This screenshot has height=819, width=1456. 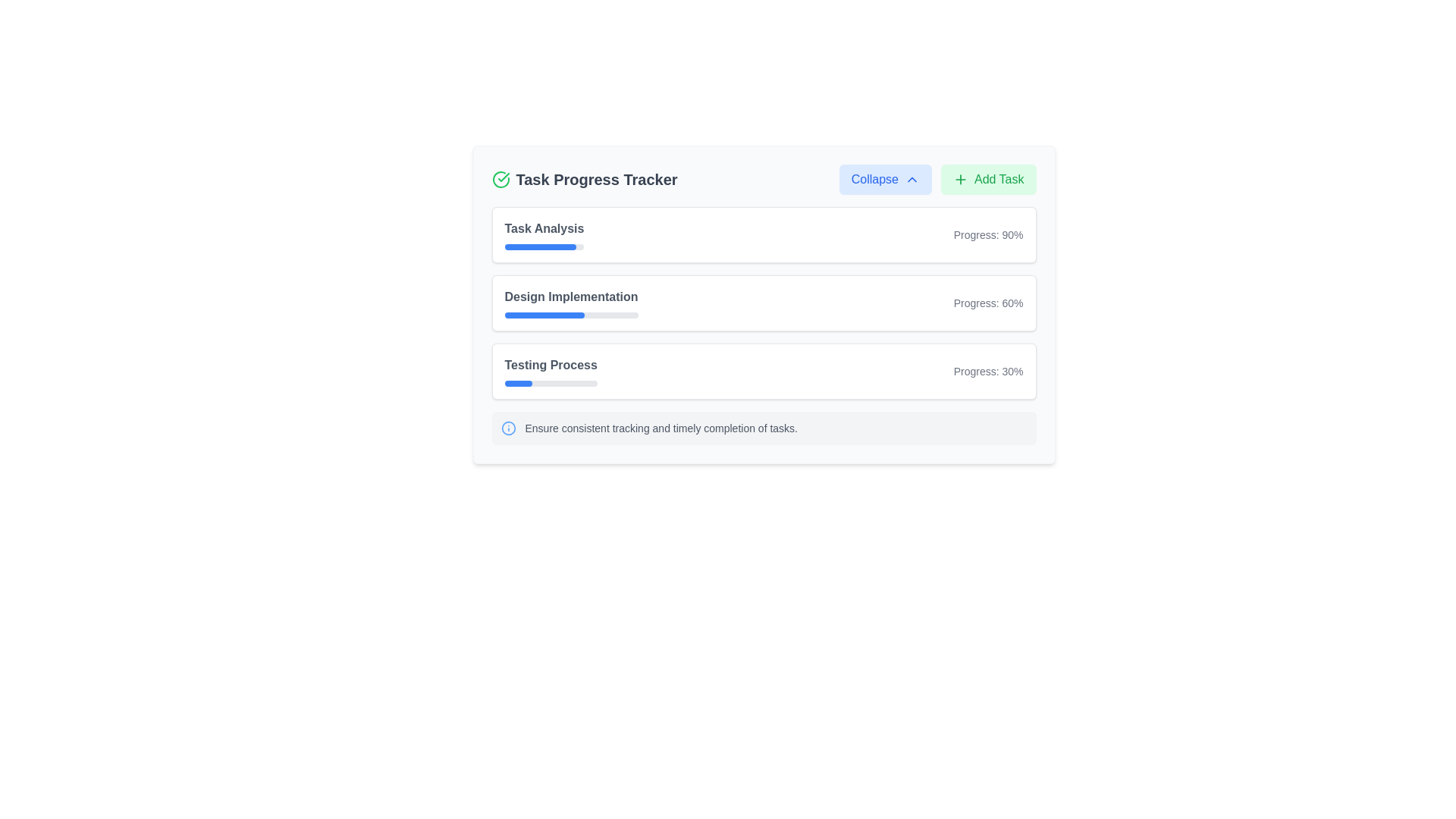 I want to click on blue progress indicator bar, which represents approximately 30% progress within the 'Testing Process' section, located at the specified center coordinates, so click(x=518, y=382).